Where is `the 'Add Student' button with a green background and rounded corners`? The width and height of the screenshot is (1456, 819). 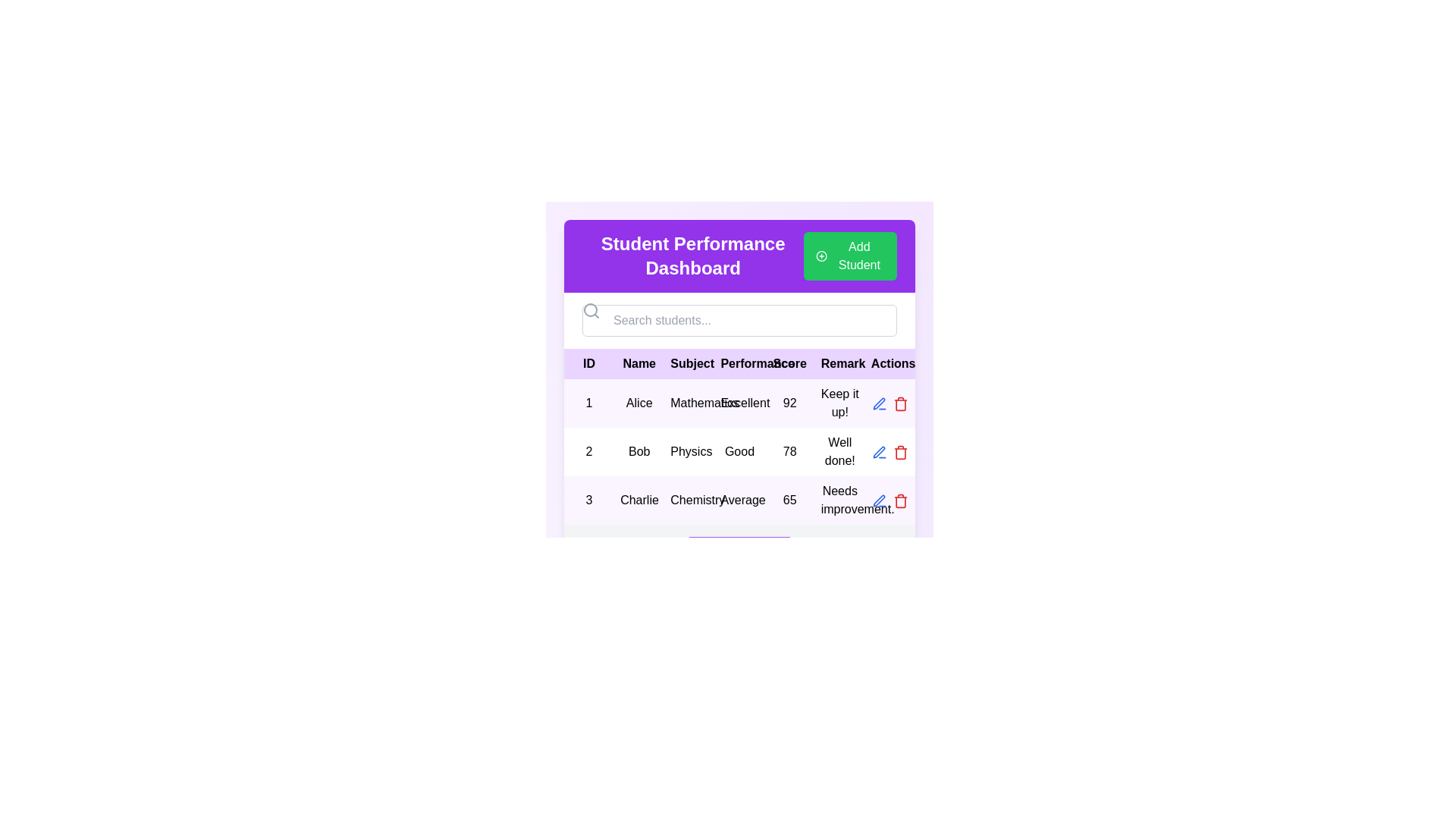
the 'Add Student' button with a green background and rounded corners is located at coordinates (850, 256).